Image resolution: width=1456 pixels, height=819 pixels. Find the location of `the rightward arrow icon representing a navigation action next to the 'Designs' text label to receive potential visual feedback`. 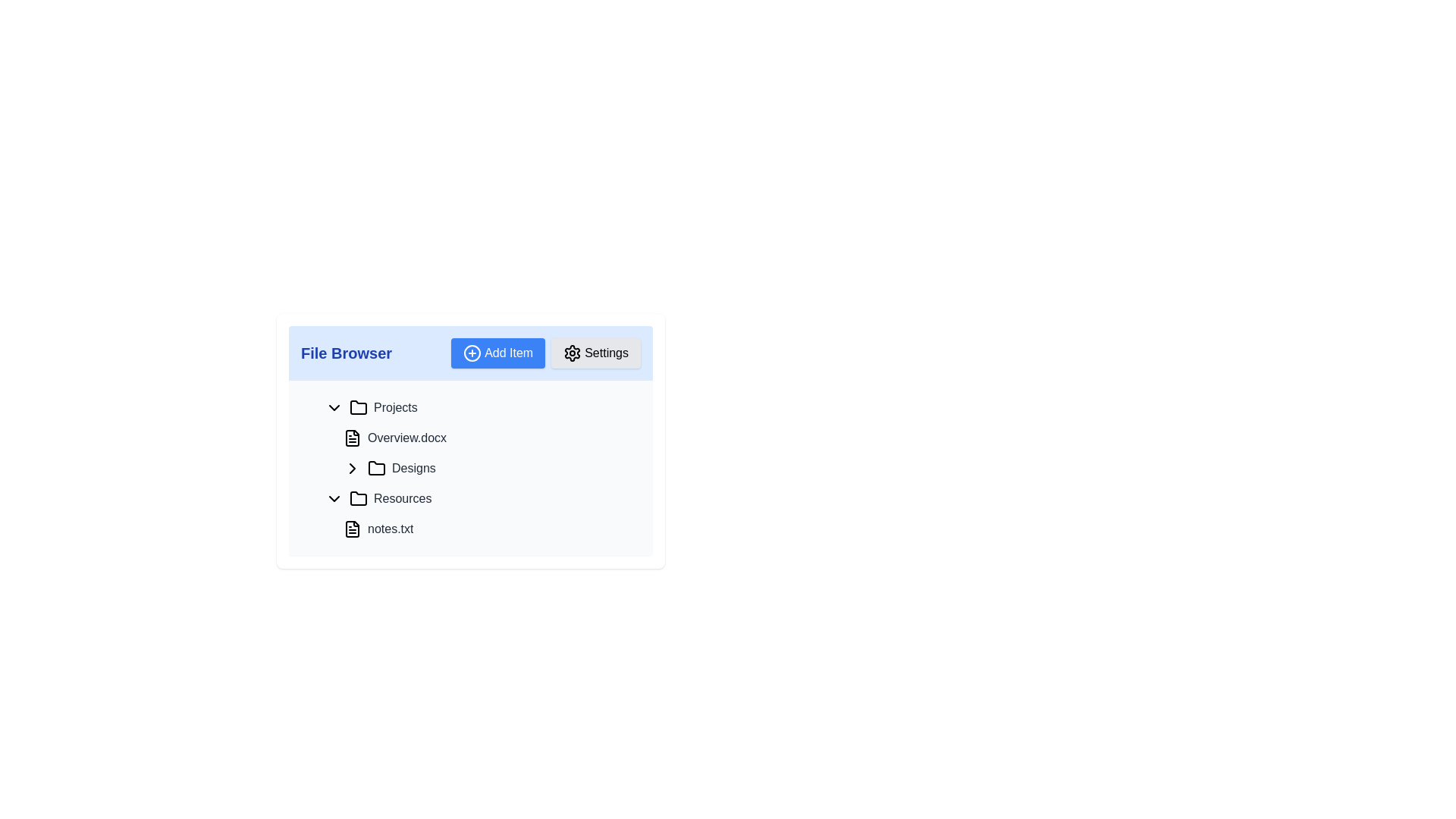

the rightward arrow icon representing a navigation action next to the 'Designs' text label to receive potential visual feedback is located at coordinates (352, 467).